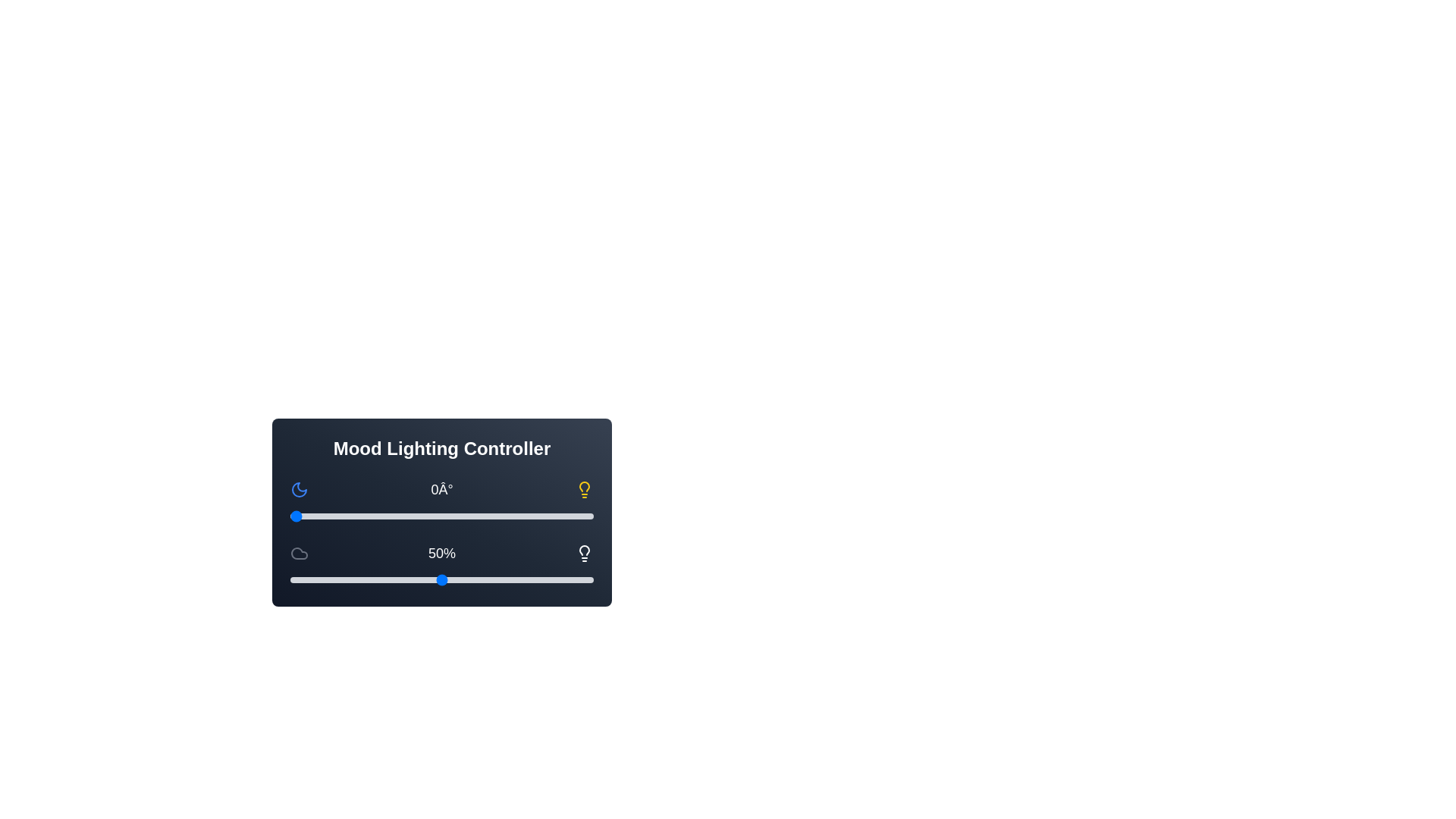 The width and height of the screenshot is (1456, 819). I want to click on the light intensity to 97% by adjusting the slider, so click(584, 579).